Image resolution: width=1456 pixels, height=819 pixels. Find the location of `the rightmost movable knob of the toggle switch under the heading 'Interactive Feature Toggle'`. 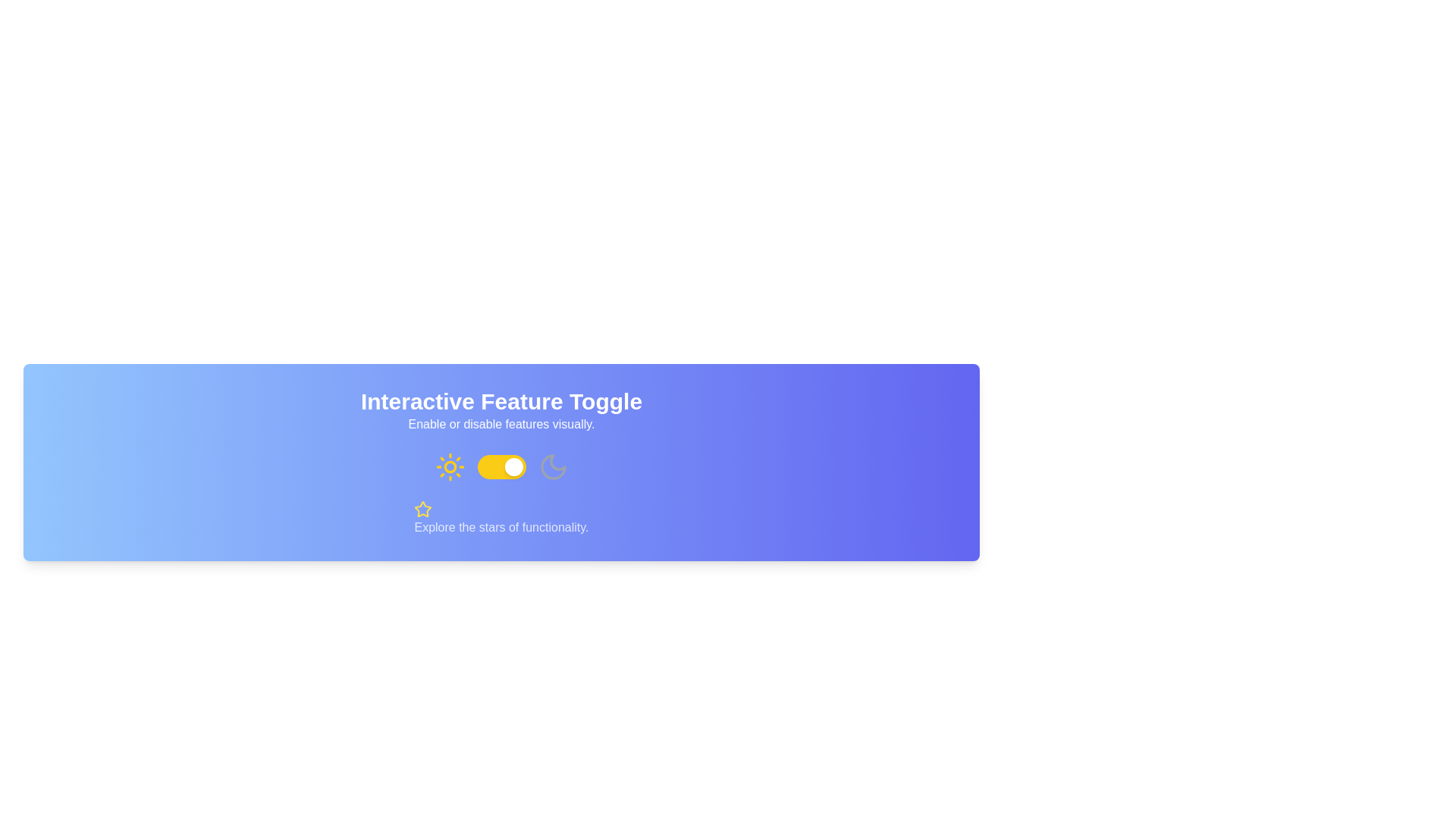

the rightmost movable knob of the toggle switch under the heading 'Interactive Feature Toggle' is located at coordinates (513, 466).